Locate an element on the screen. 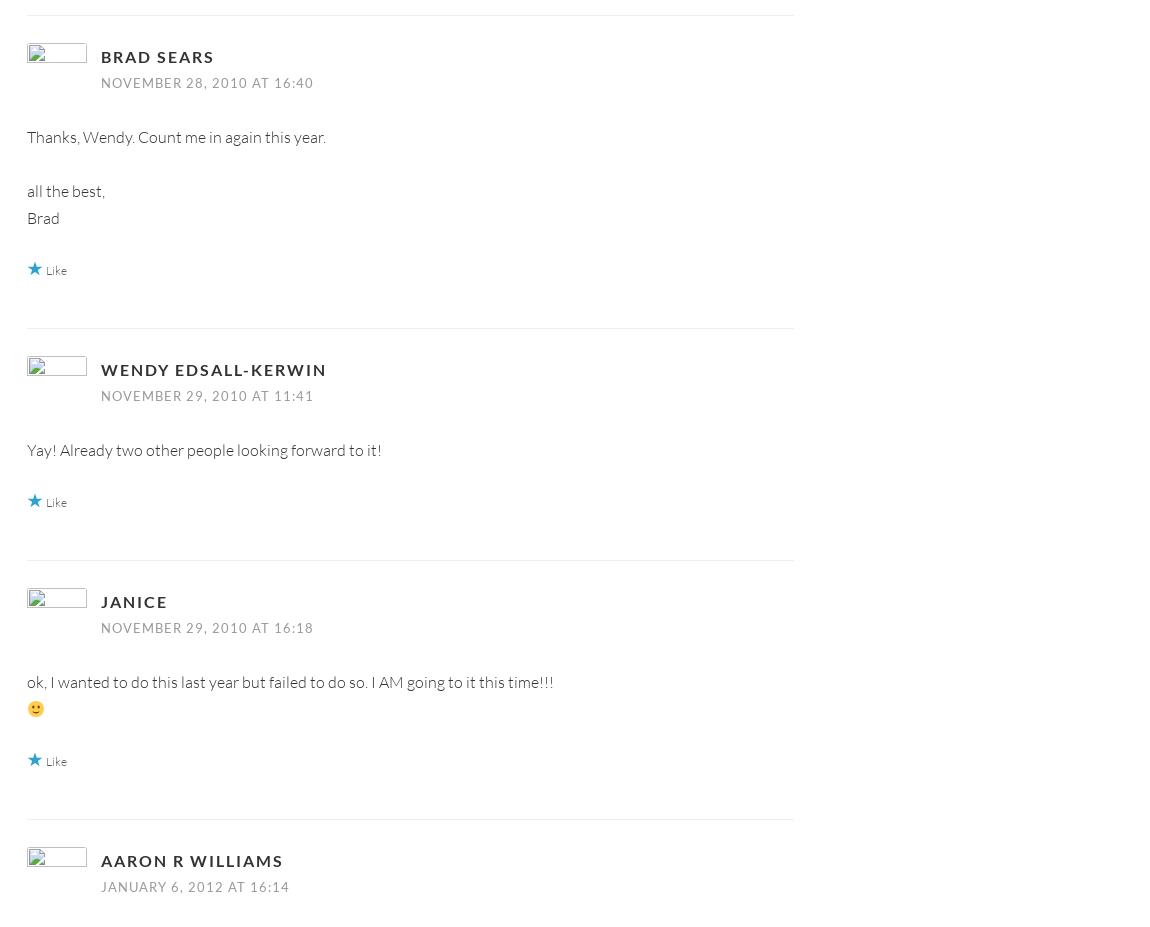 Image resolution: width=1150 pixels, height=927 pixels. 'November 29, 2010 at 11:41' is located at coordinates (206, 393).